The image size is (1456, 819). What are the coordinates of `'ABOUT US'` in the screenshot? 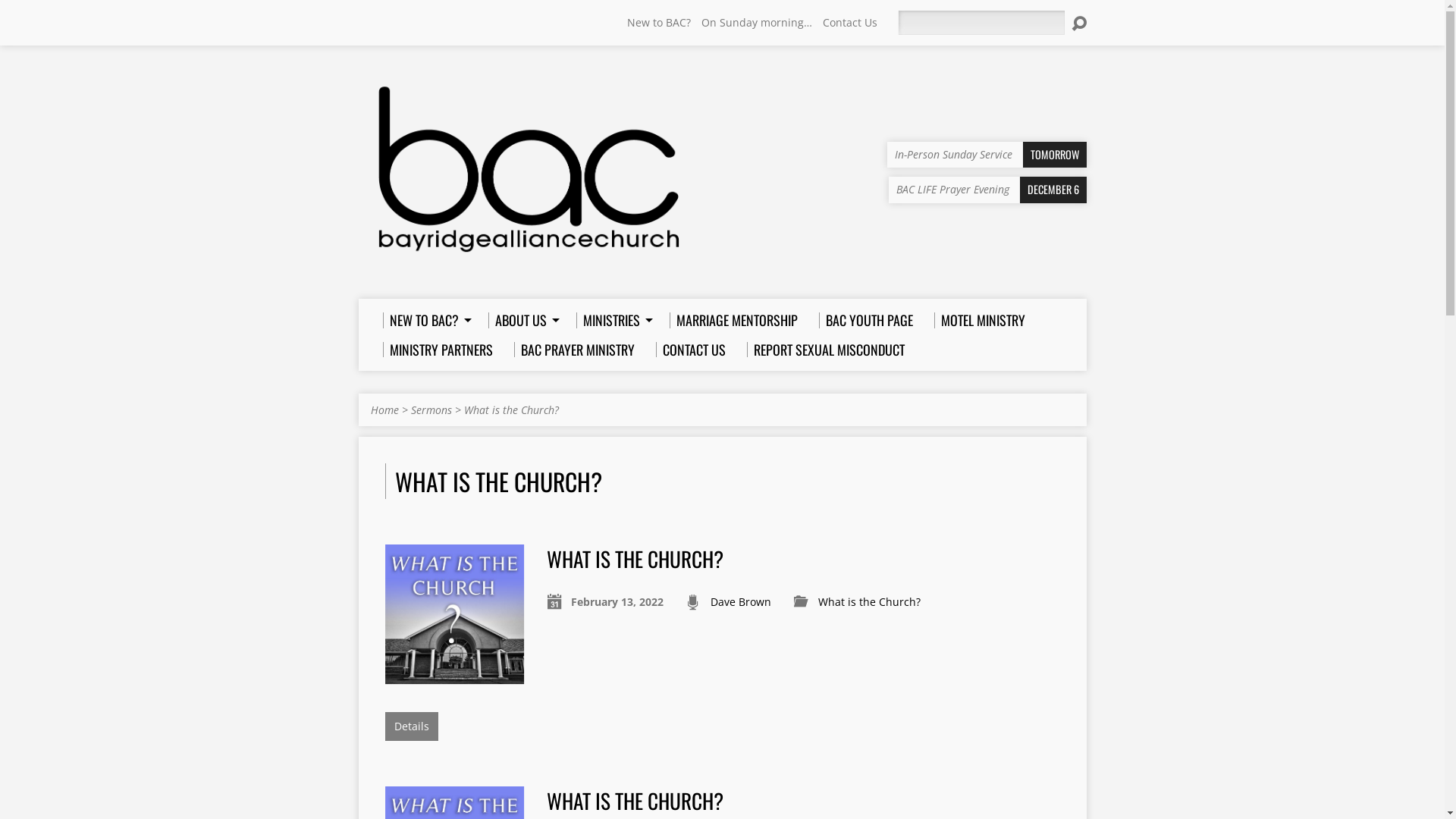 It's located at (521, 318).